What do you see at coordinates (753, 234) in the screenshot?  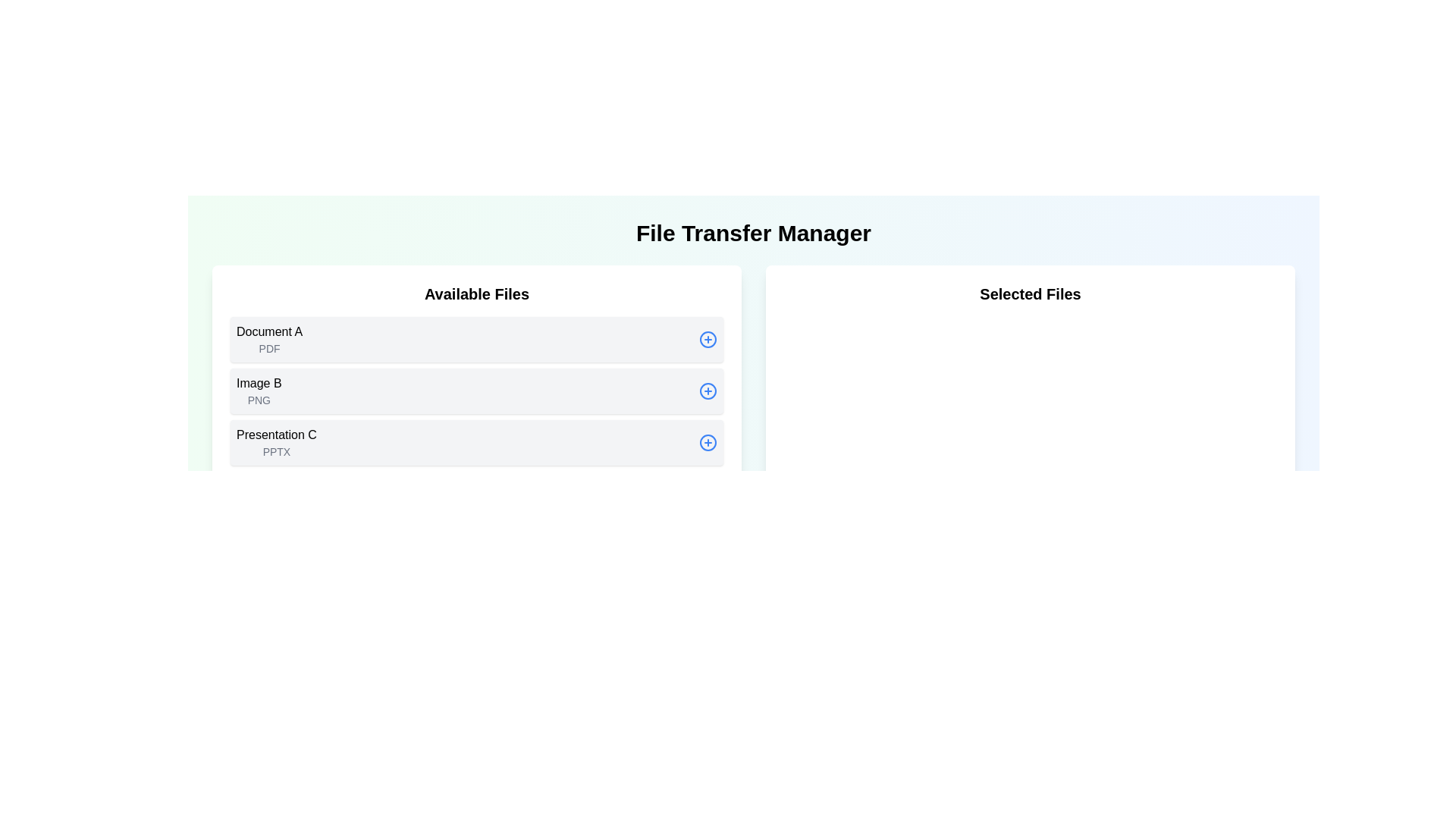 I see `the header or title text that indicates the purpose of the interface related to file transfer management, located at the top of the main content section` at bounding box center [753, 234].